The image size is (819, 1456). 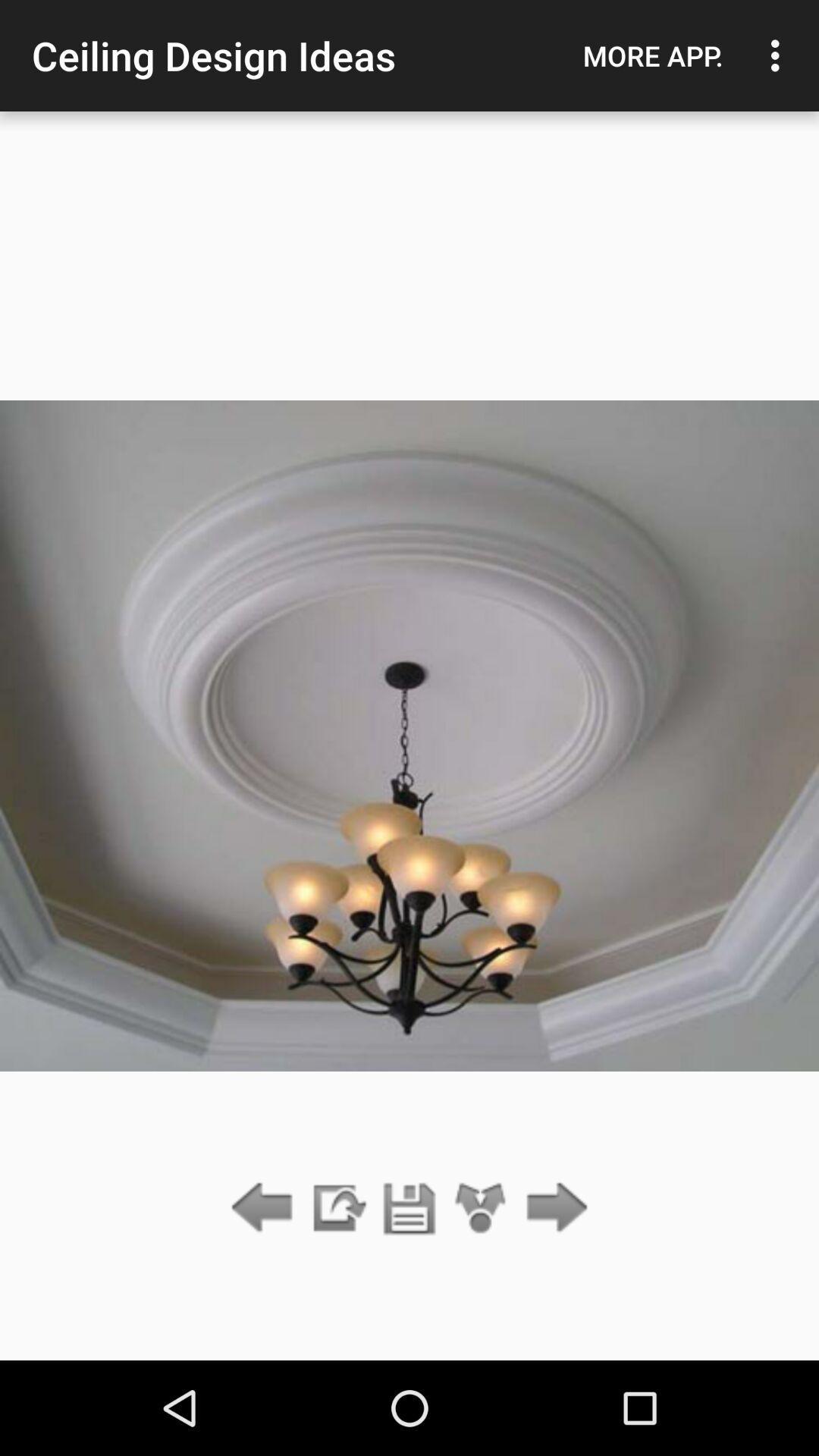 What do you see at coordinates (265, 1208) in the screenshot?
I see `go back` at bounding box center [265, 1208].